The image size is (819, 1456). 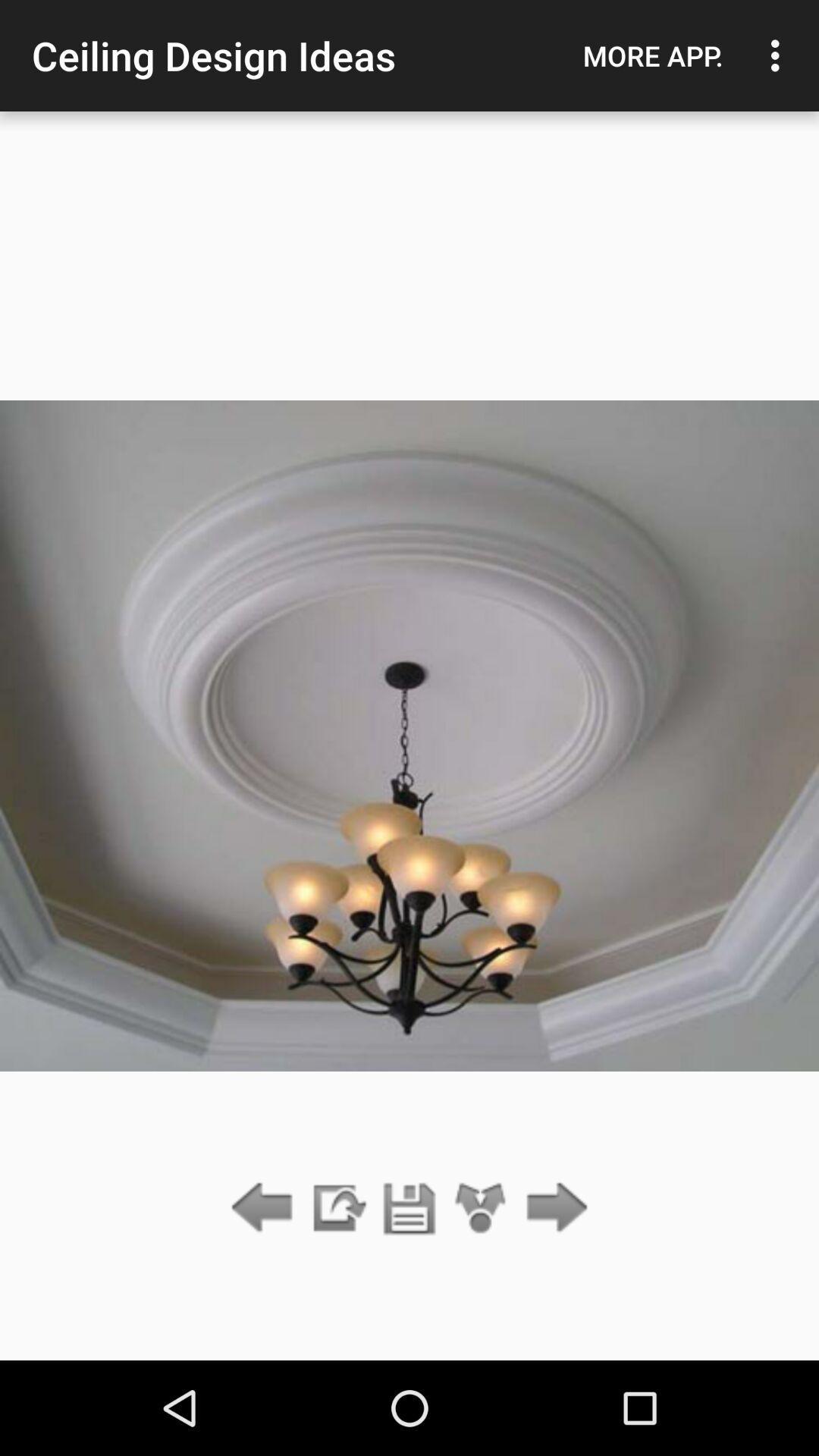 What do you see at coordinates (265, 1208) in the screenshot?
I see `go back` at bounding box center [265, 1208].